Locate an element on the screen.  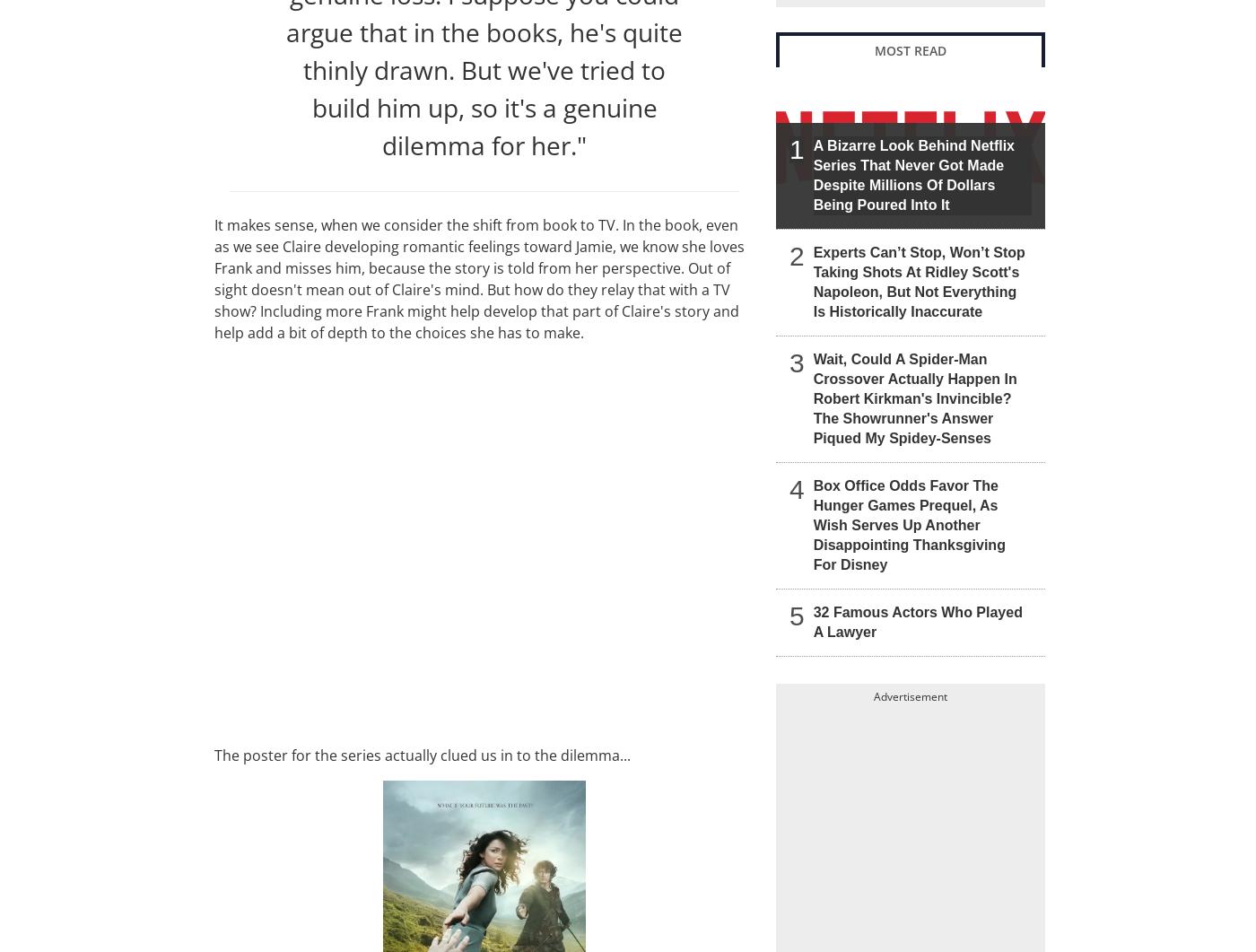
'A Bizarre Look Behind Netflix Series That Never Got Made Despite Millions Of Dollars Being Poured Into It' is located at coordinates (912, 173).